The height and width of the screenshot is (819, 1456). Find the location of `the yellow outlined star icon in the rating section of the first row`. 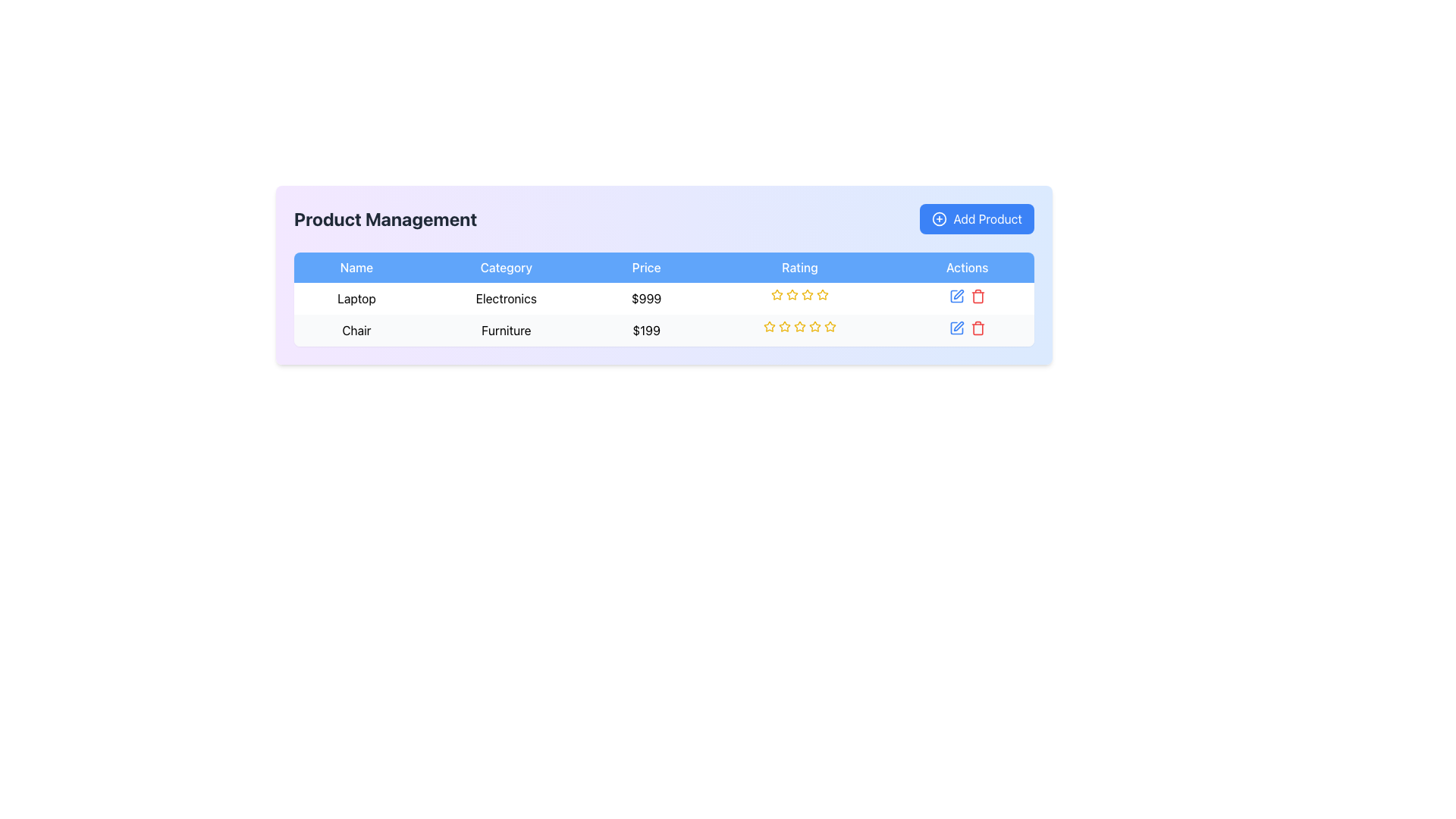

the yellow outlined star icon in the rating section of the first row is located at coordinates (776, 294).